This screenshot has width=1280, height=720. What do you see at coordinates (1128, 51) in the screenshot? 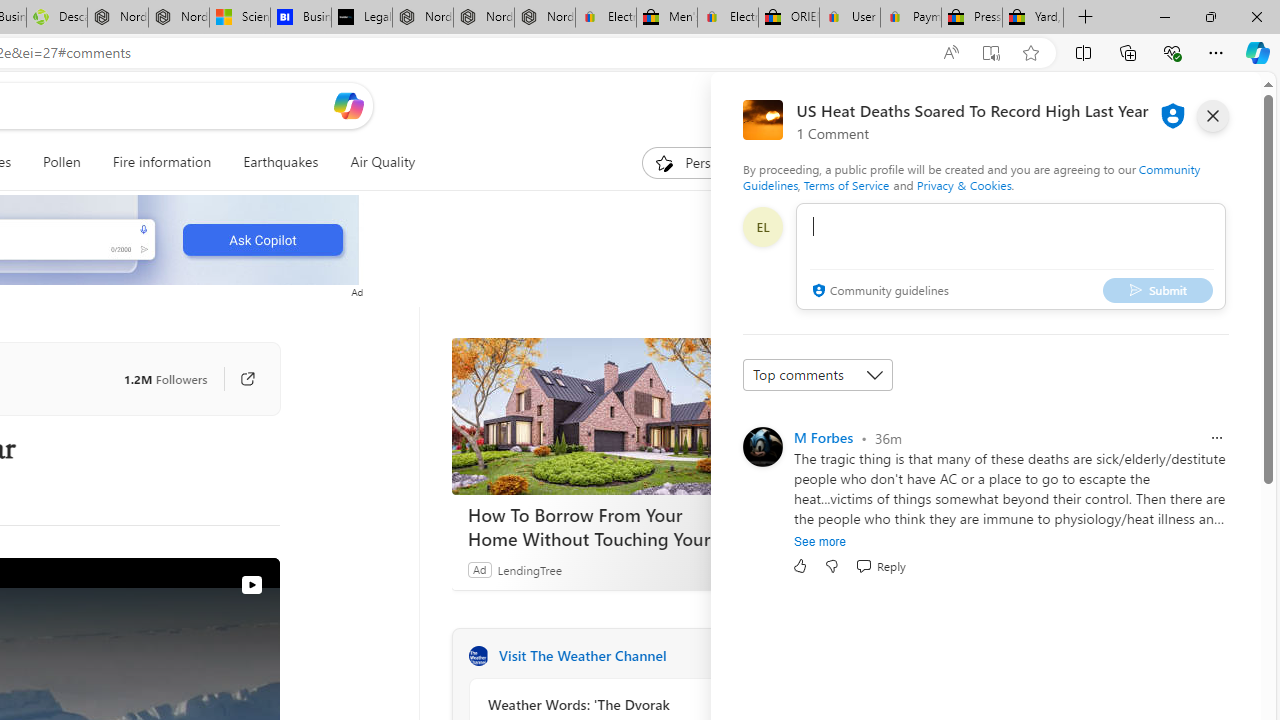
I see `'Collections'` at bounding box center [1128, 51].